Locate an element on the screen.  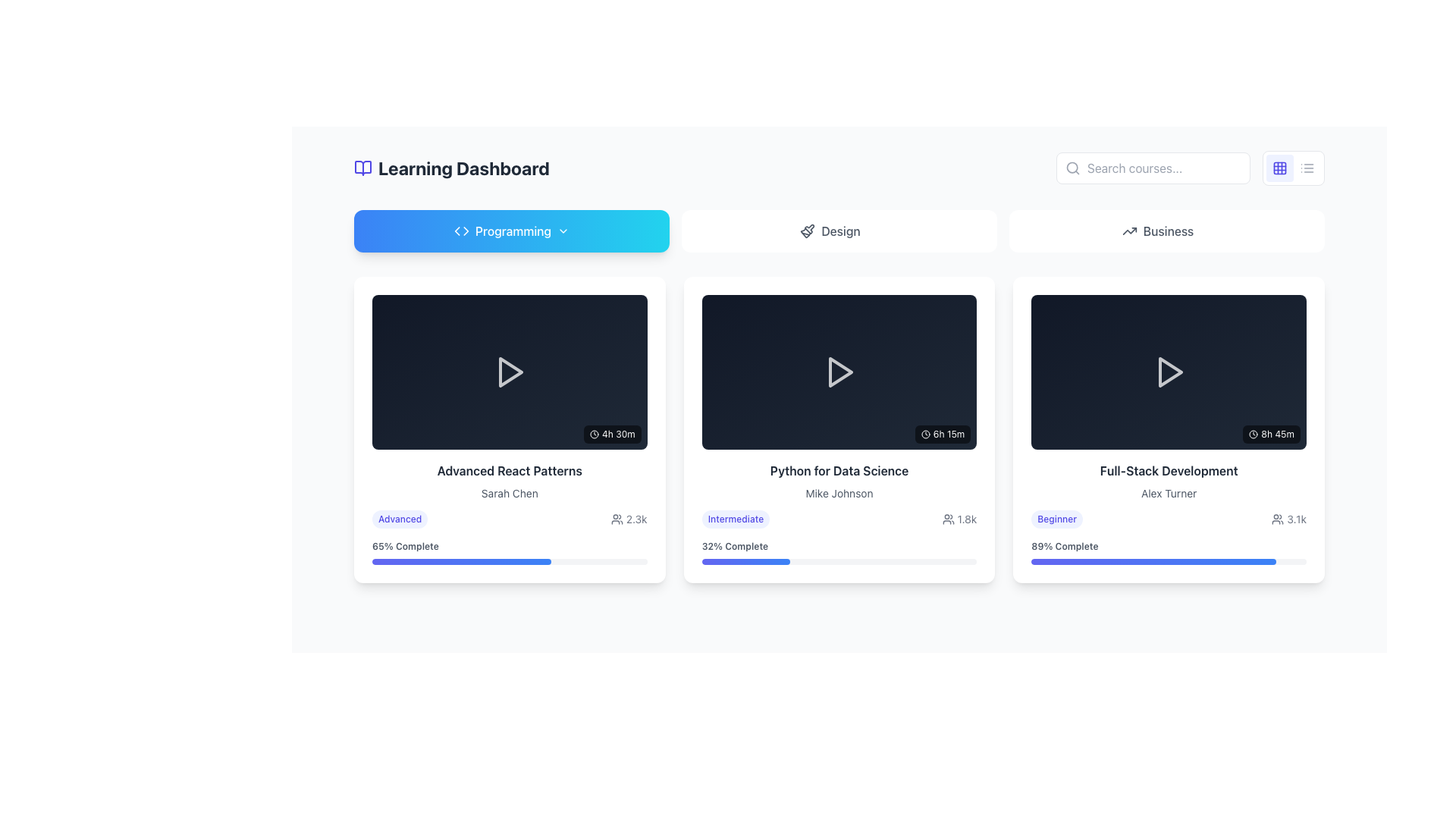
the skill level (Intermediate) and participant count (1.8k) text label below the course title 'Python for Data Science' on the learning dashboard is located at coordinates (839, 519).